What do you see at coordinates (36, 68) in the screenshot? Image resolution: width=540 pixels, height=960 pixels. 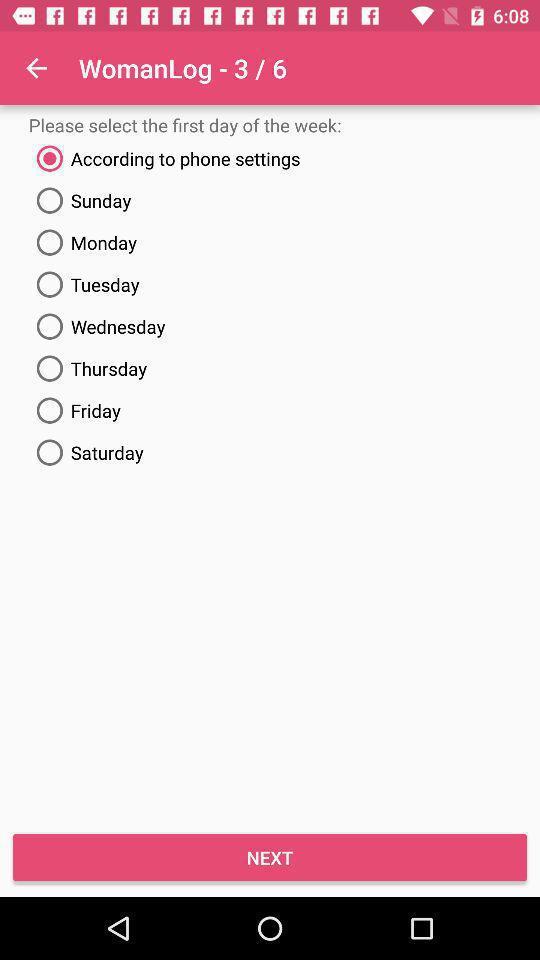 I see `app next to womanlog - 3 / 6` at bounding box center [36, 68].